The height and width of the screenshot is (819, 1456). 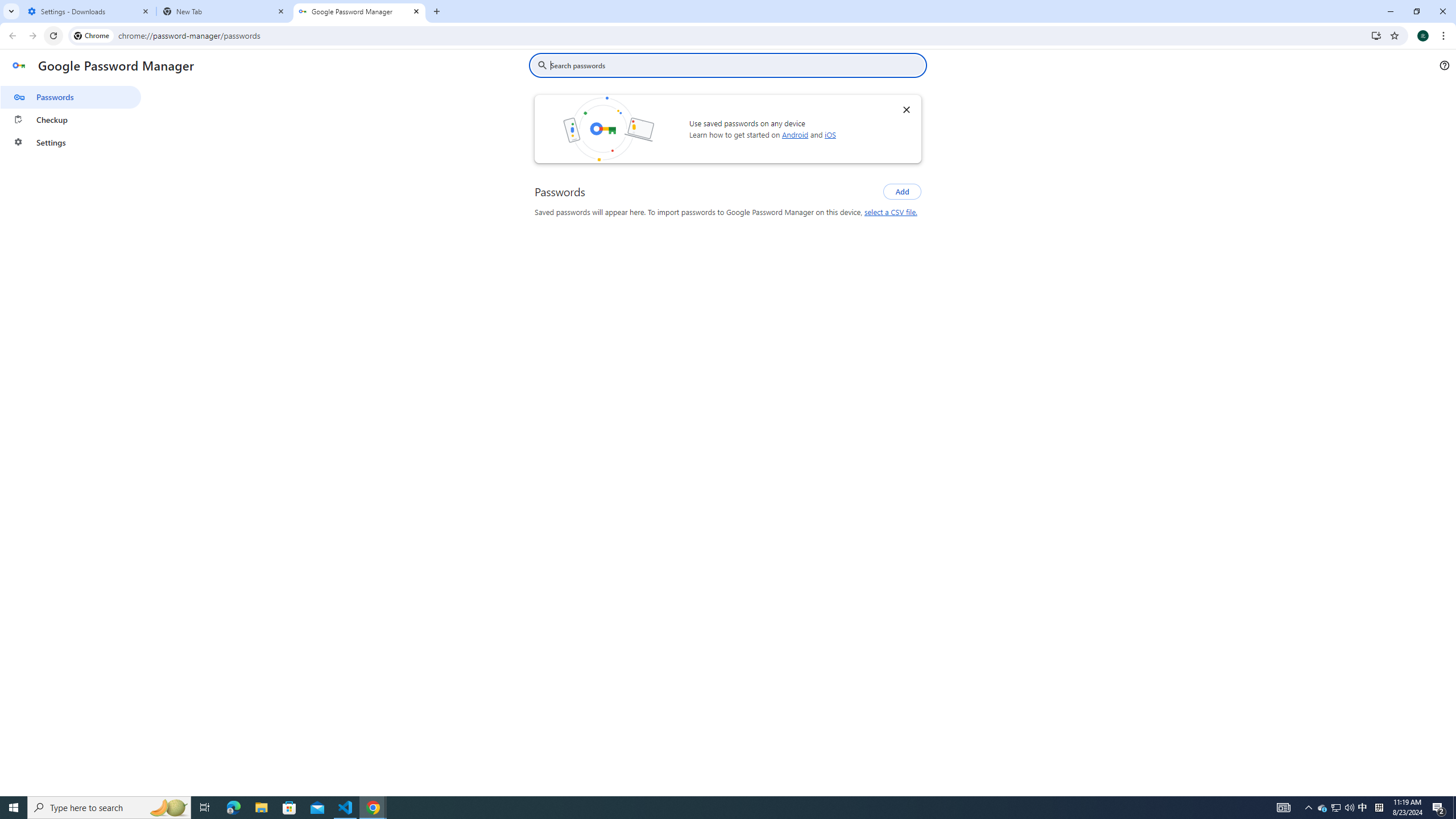 I want to click on 'Search passwords', so click(x=735, y=65).